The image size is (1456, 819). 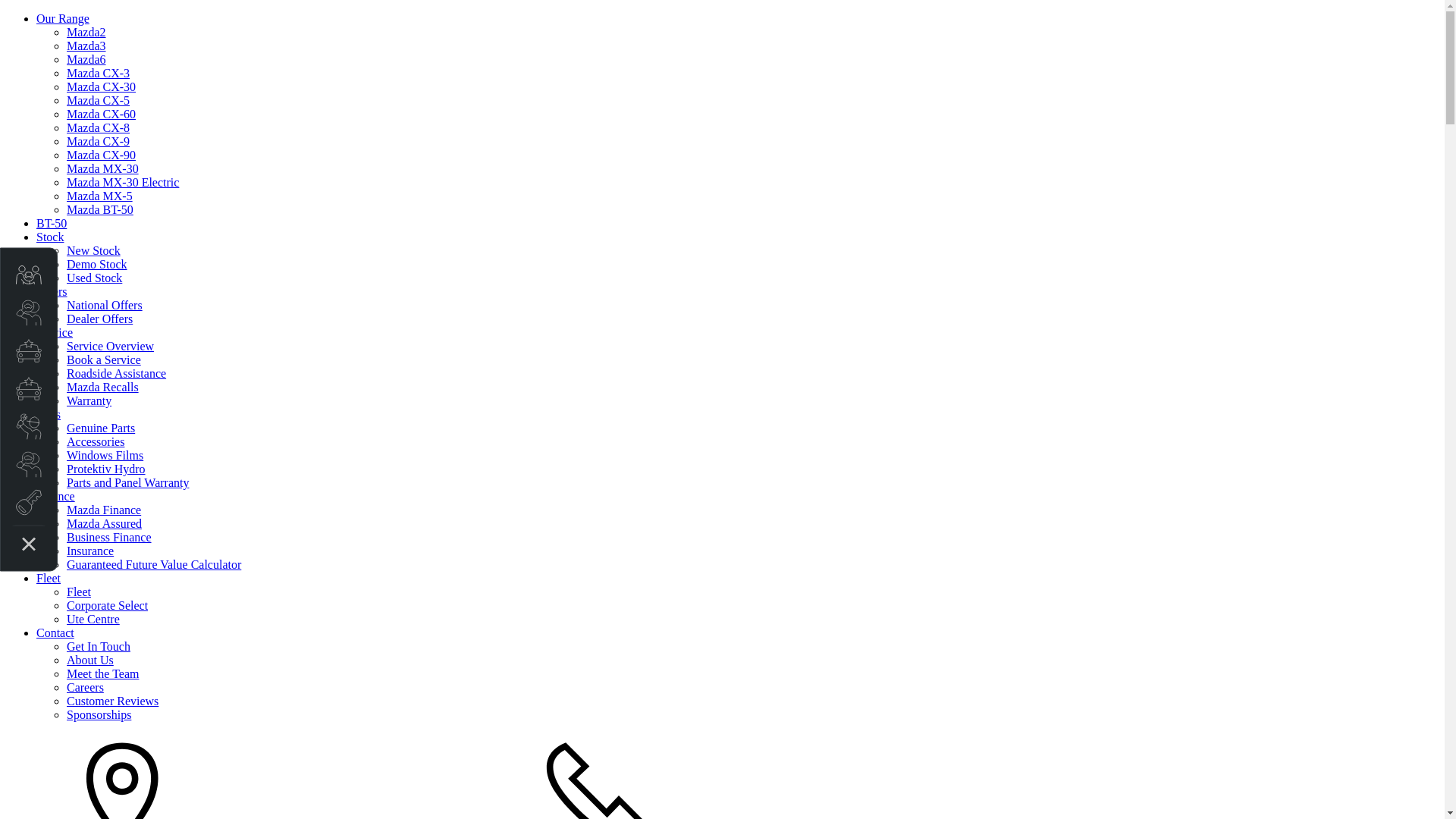 What do you see at coordinates (86, 45) in the screenshot?
I see `'Mazda3'` at bounding box center [86, 45].